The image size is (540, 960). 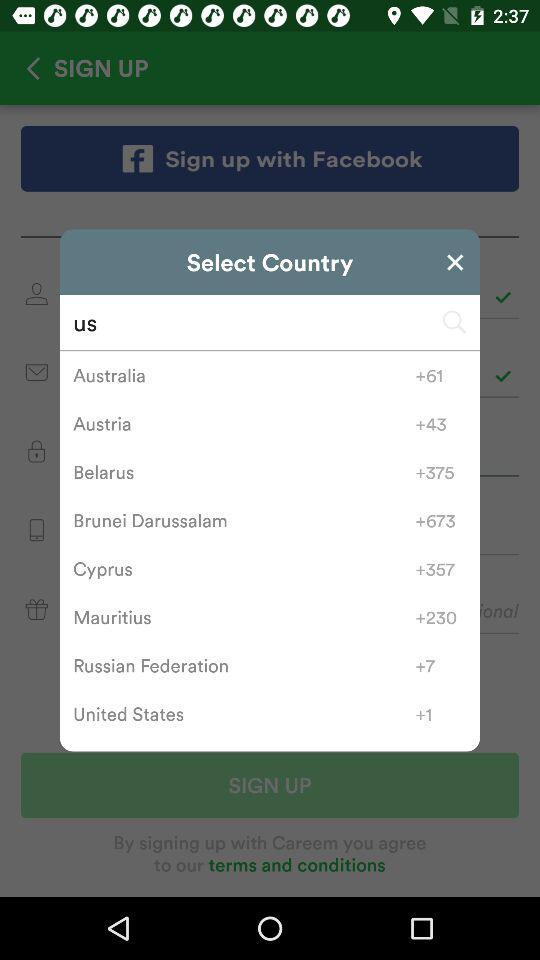 What do you see at coordinates (455, 261) in the screenshot?
I see `item at the top right corner` at bounding box center [455, 261].